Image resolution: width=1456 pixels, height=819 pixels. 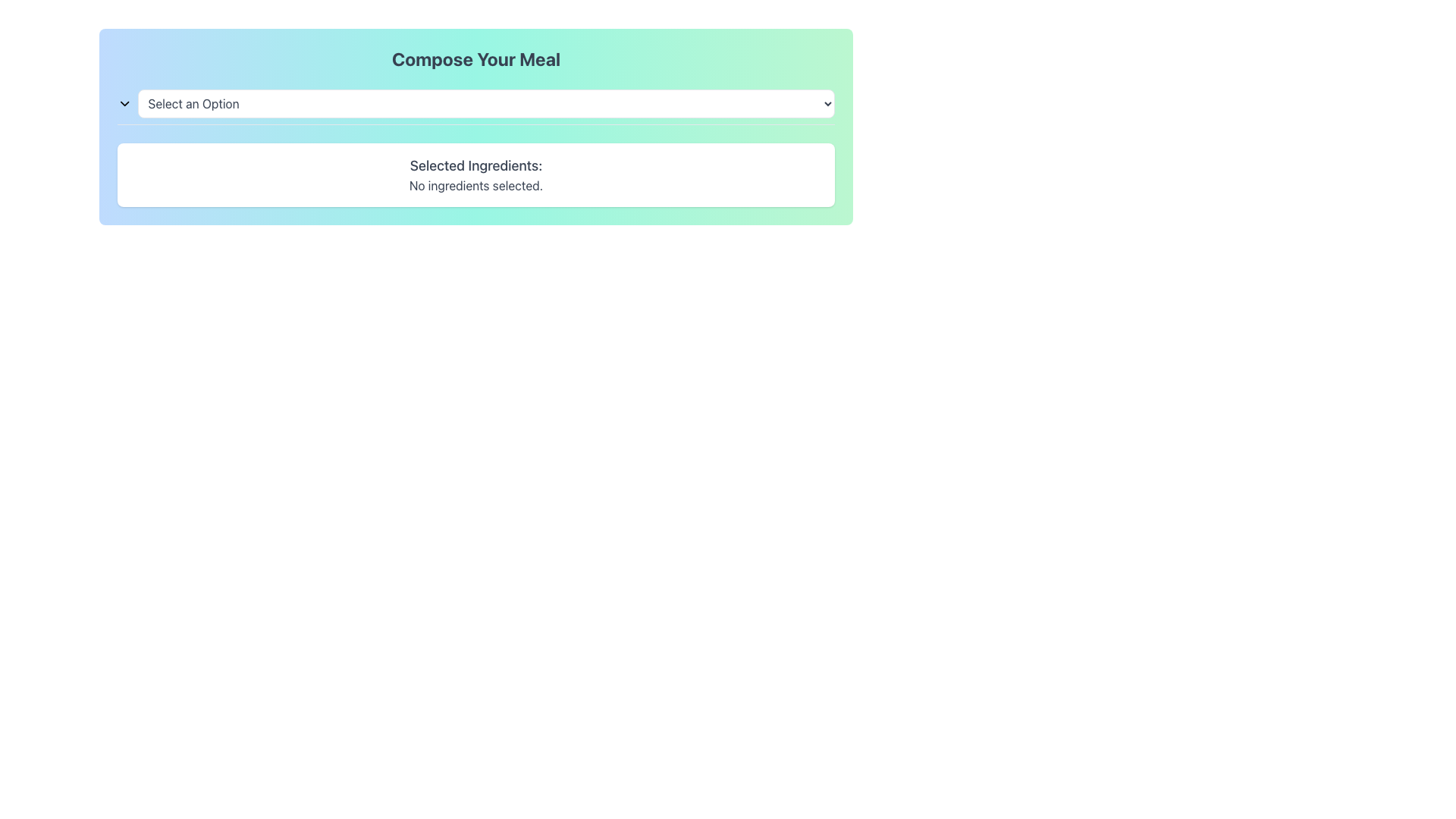 What do you see at coordinates (475, 166) in the screenshot?
I see `header text label positioned above the 'No ingredients selected' text, which serves as an indication of the content of the associated section` at bounding box center [475, 166].